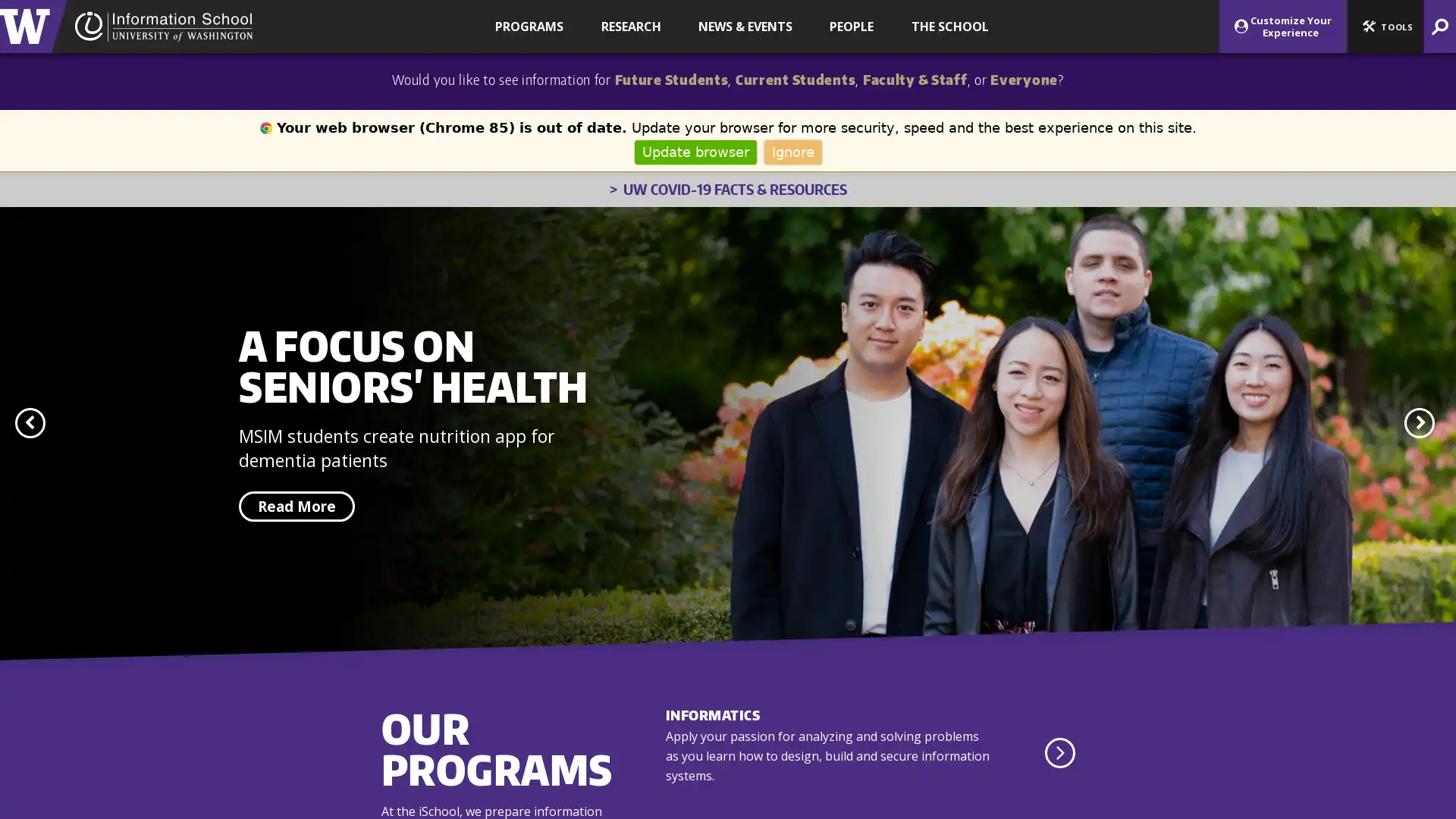 This screenshot has height=819, width=1456. Describe the element at coordinates (792, 152) in the screenshot. I see `Ignore` at that location.